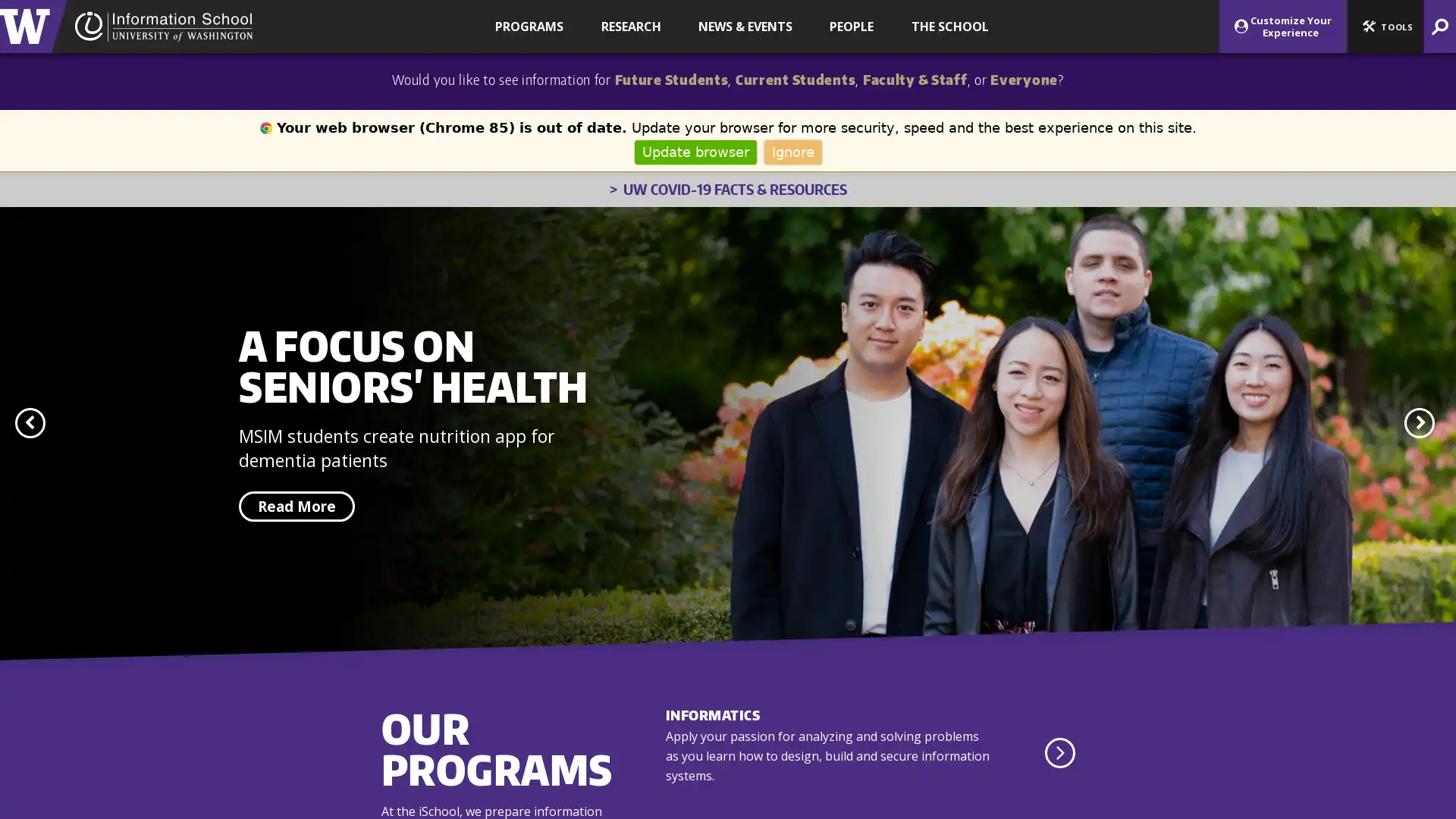 This screenshot has height=819, width=1456. Describe the element at coordinates (792, 152) in the screenshot. I see `Ignore` at that location.